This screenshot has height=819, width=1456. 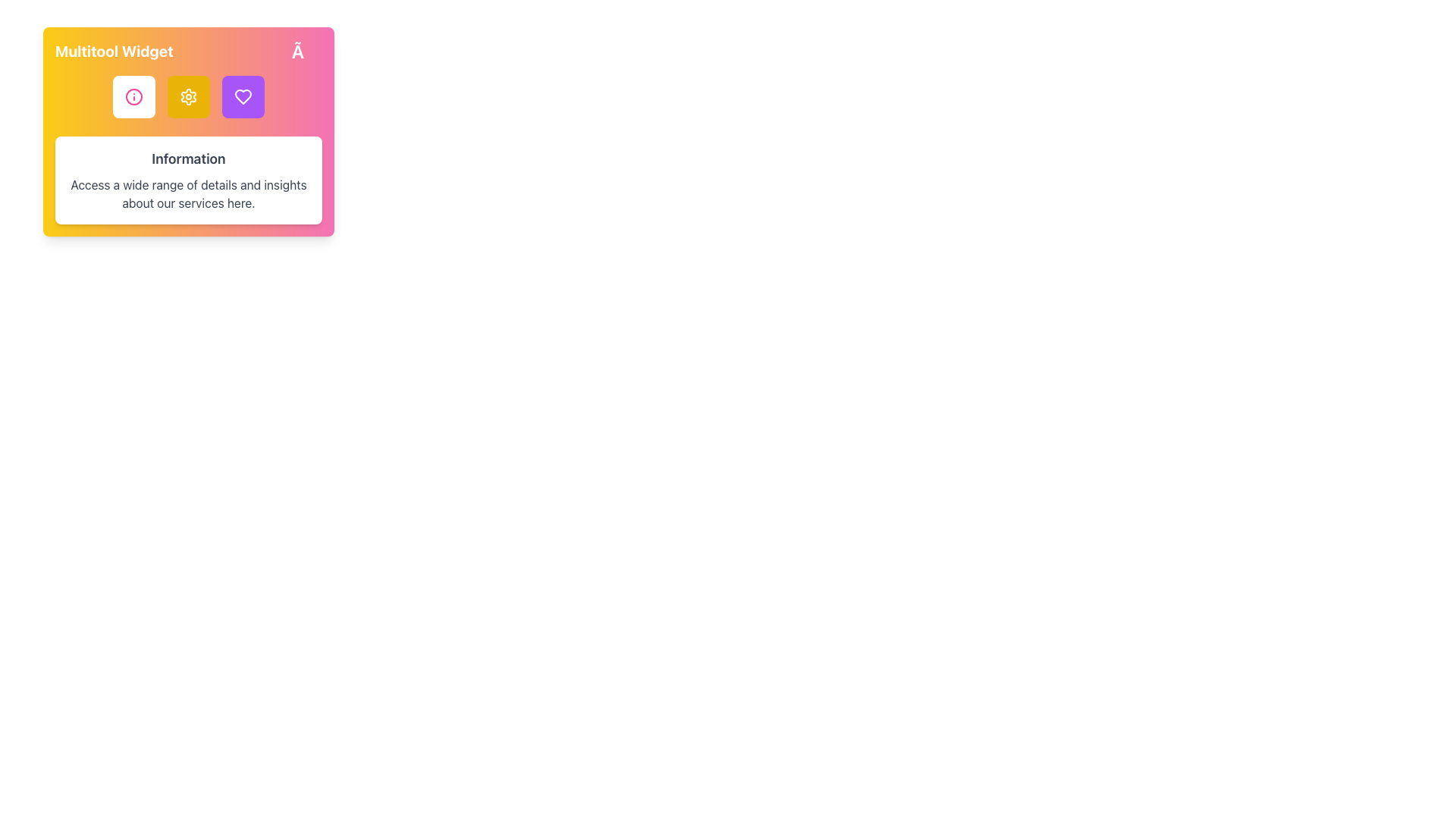 What do you see at coordinates (188, 96) in the screenshot?
I see `the gear-shaped icon located in the center of the yellow circular button, which is the second button from the left in a horizontal row of three buttons within the Multitool Widget card` at bounding box center [188, 96].